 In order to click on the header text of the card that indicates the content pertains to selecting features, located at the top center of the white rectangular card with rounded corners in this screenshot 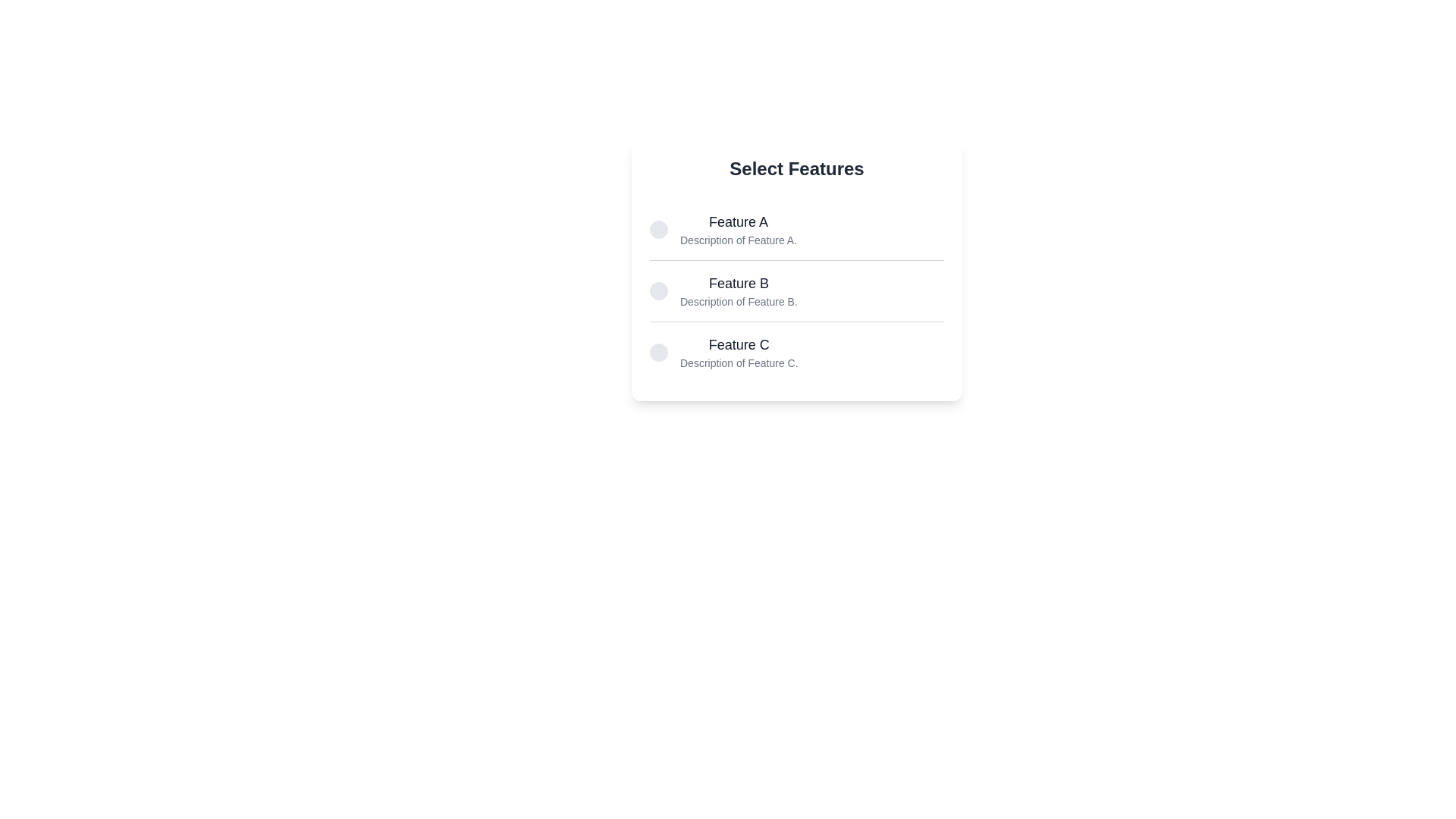, I will do `click(796, 169)`.